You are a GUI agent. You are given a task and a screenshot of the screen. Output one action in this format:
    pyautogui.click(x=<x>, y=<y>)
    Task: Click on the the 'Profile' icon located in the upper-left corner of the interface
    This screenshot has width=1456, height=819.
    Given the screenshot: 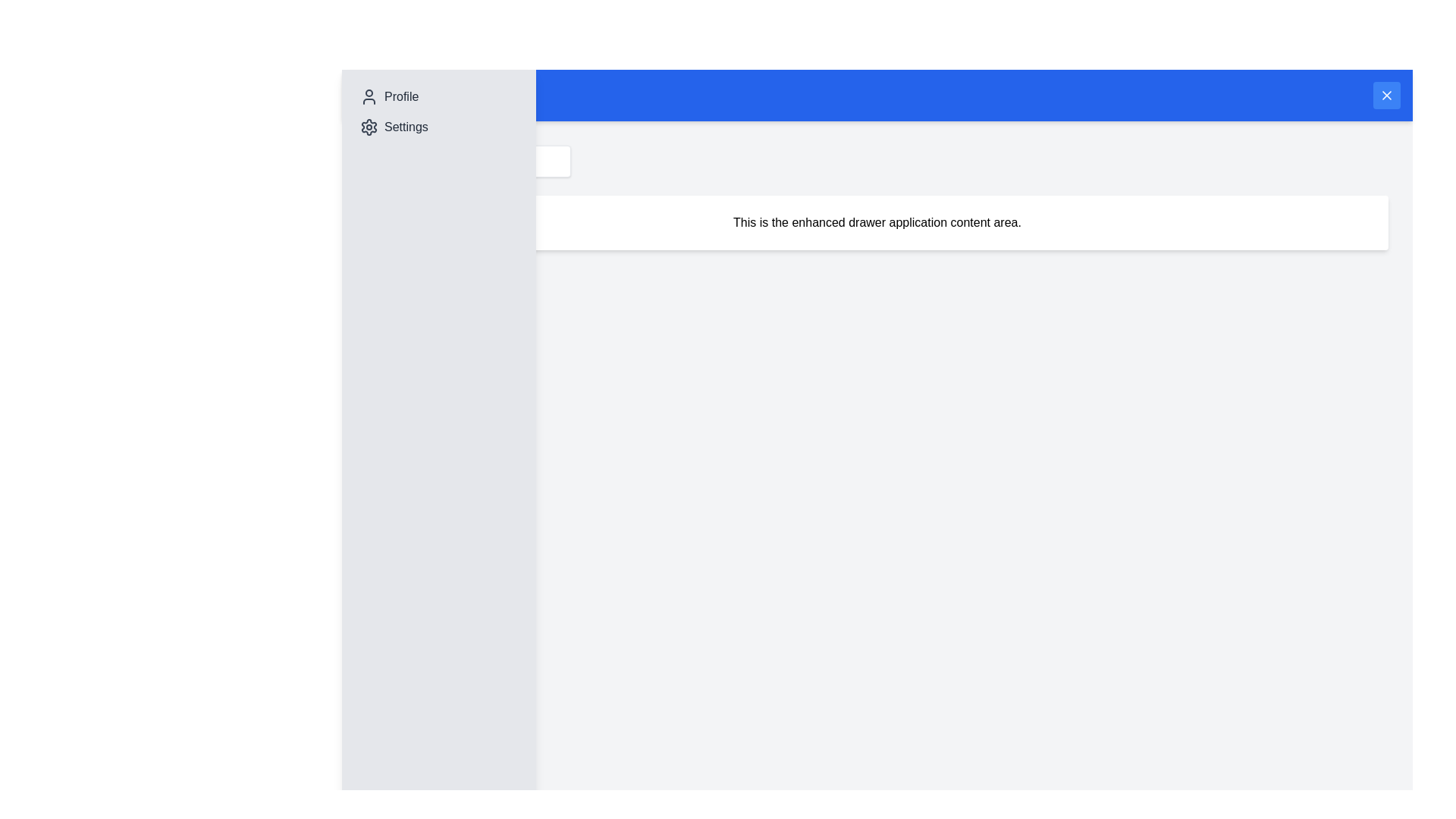 What is the action you would take?
    pyautogui.click(x=369, y=96)
    